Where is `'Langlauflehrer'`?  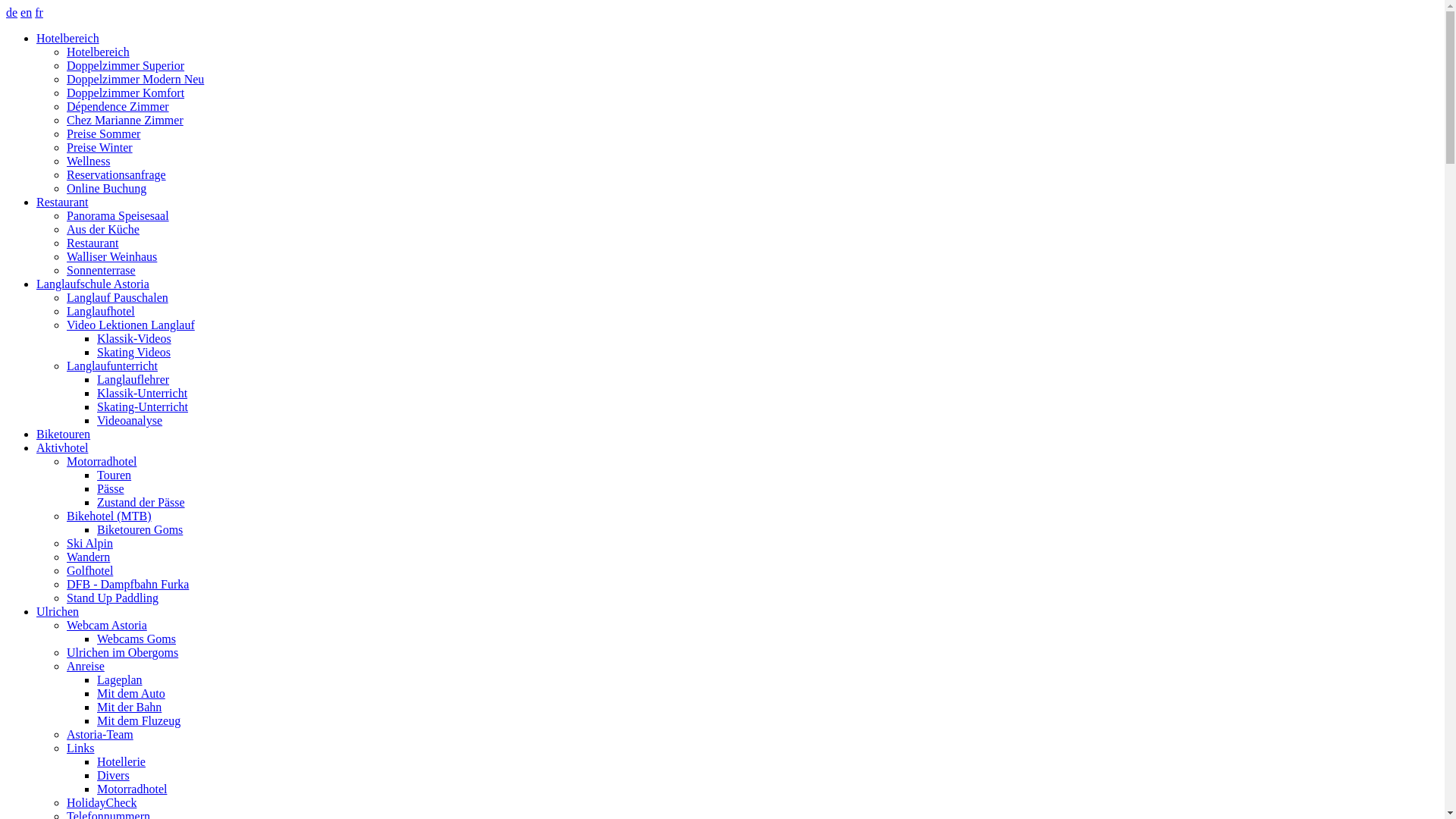
'Langlauflehrer' is located at coordinates (133, 378).